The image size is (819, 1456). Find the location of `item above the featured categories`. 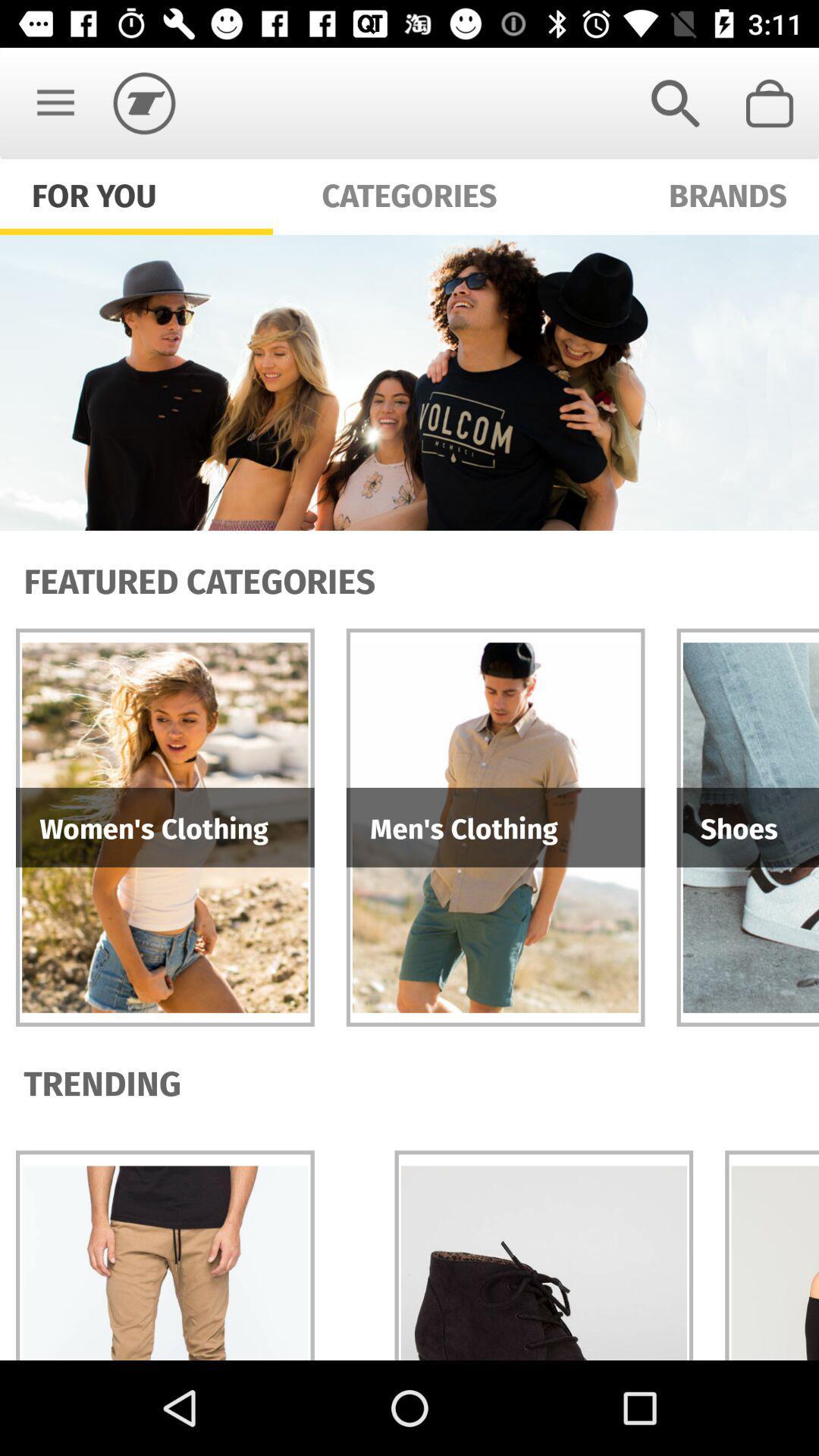

item above the featured categories is located at coordinates (409, 382).